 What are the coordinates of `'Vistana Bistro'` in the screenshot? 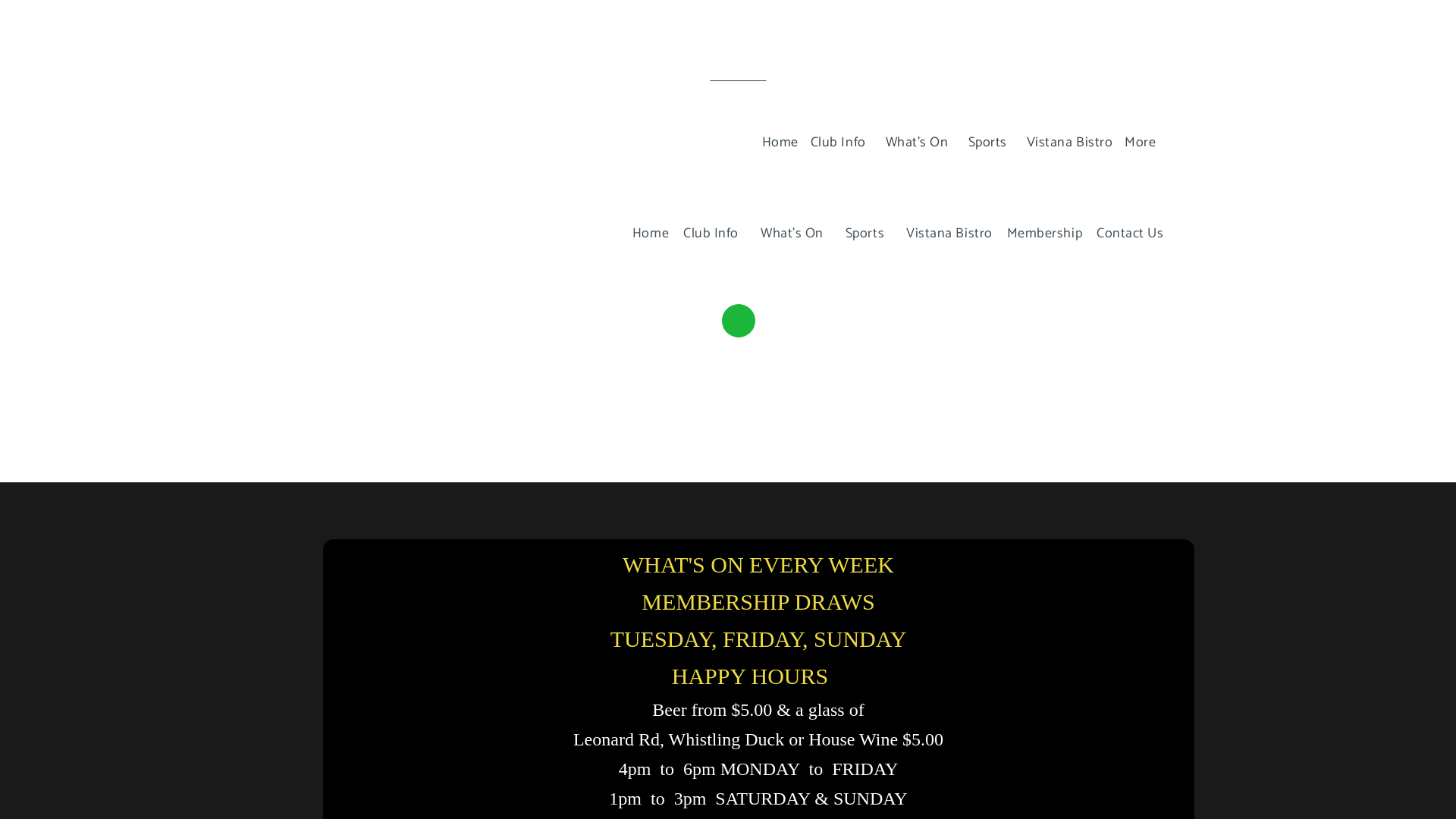 It's located at (941, 234).